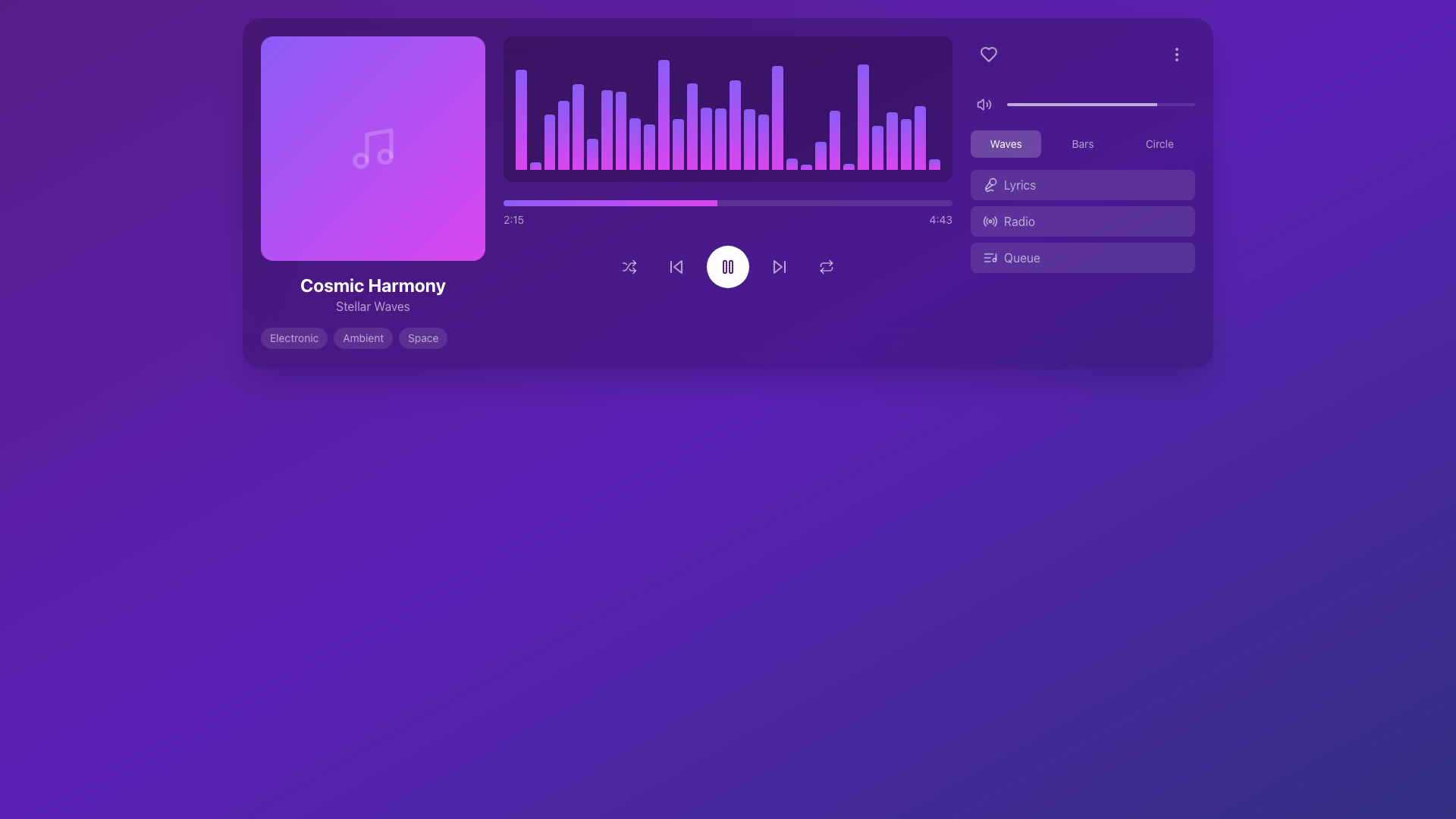  Describe the element at coordinates (372, 294) in the screenshot. I see `title 'Cosmic Harmony' and subtitle 'Stellar Waves' from the text label located below the gradient background area with a musical note icon` at that location.